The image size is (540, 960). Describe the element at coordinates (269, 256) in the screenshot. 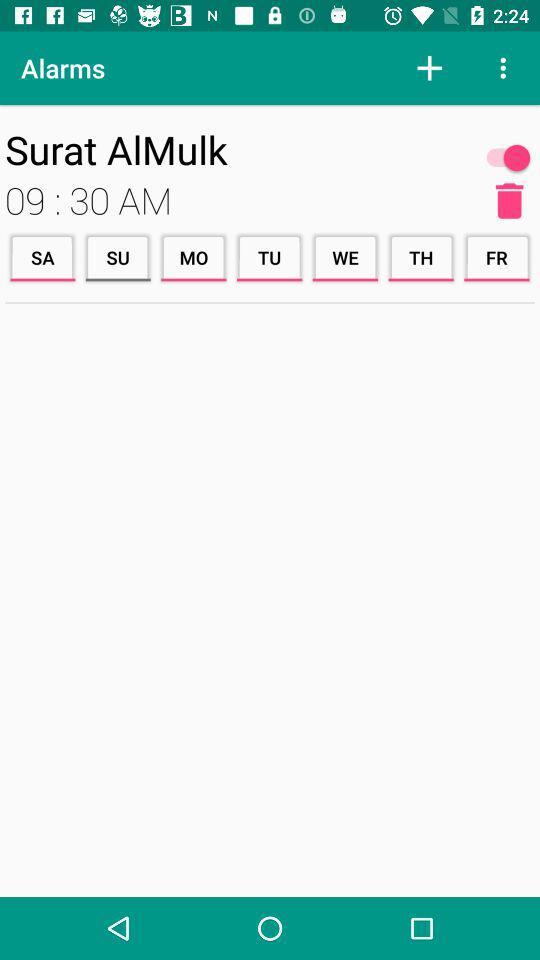

I see `the icon to the right of mo` at that location.